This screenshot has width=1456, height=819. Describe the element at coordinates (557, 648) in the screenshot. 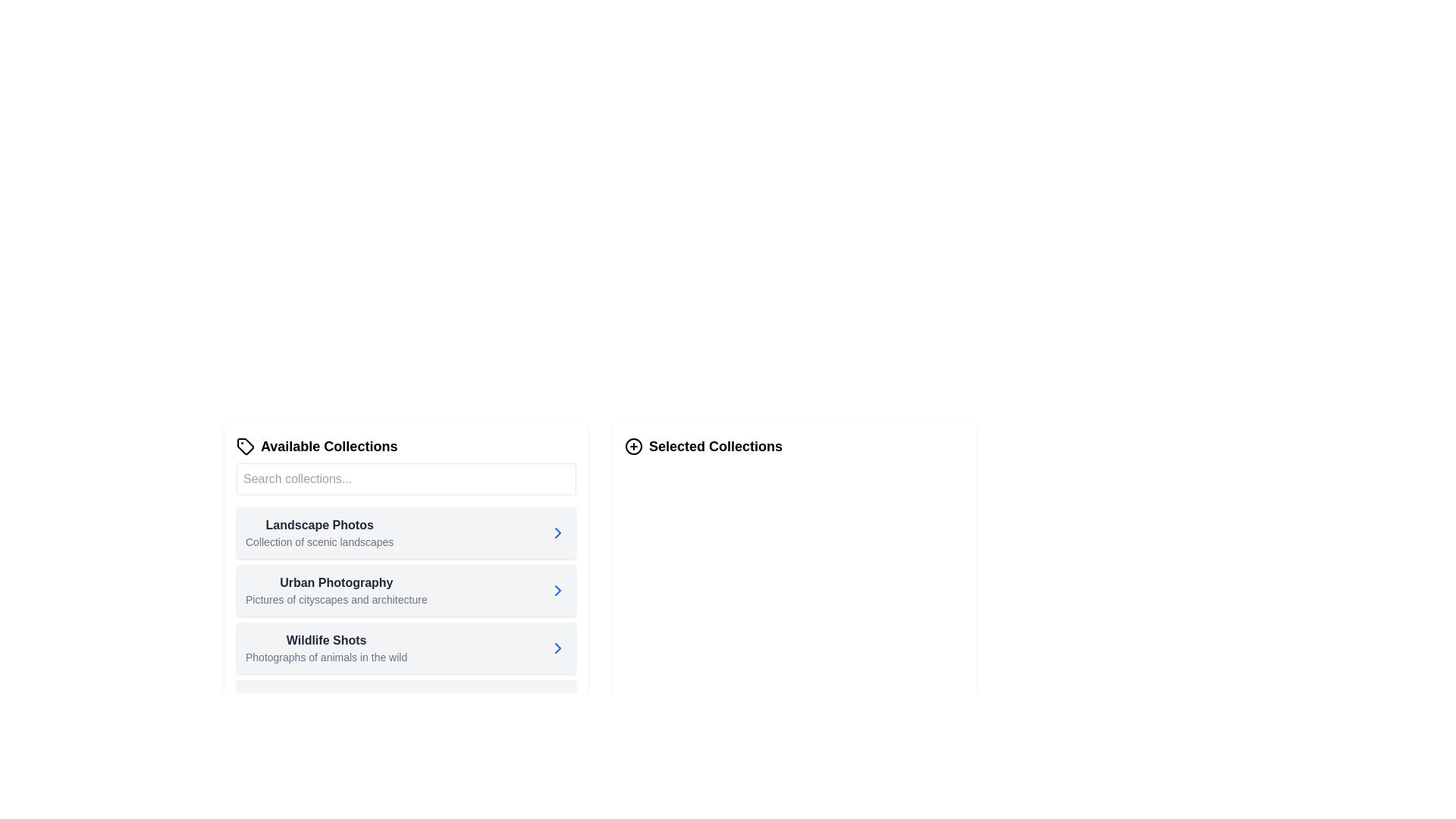

I see `the chevron icon in the 'Wildlife Shots' section` at that location.